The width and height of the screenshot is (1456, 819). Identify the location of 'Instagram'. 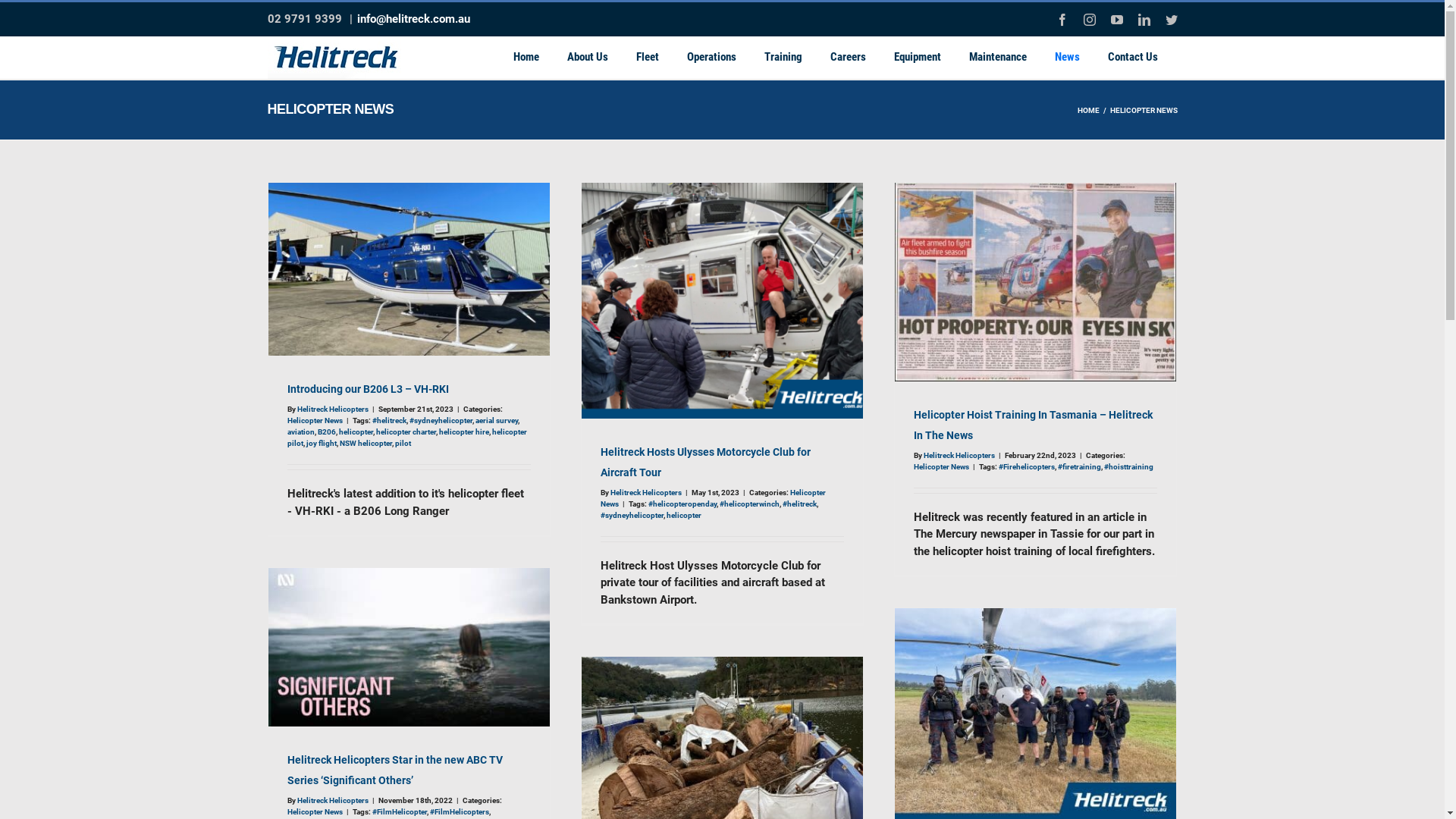
(1082, 20).